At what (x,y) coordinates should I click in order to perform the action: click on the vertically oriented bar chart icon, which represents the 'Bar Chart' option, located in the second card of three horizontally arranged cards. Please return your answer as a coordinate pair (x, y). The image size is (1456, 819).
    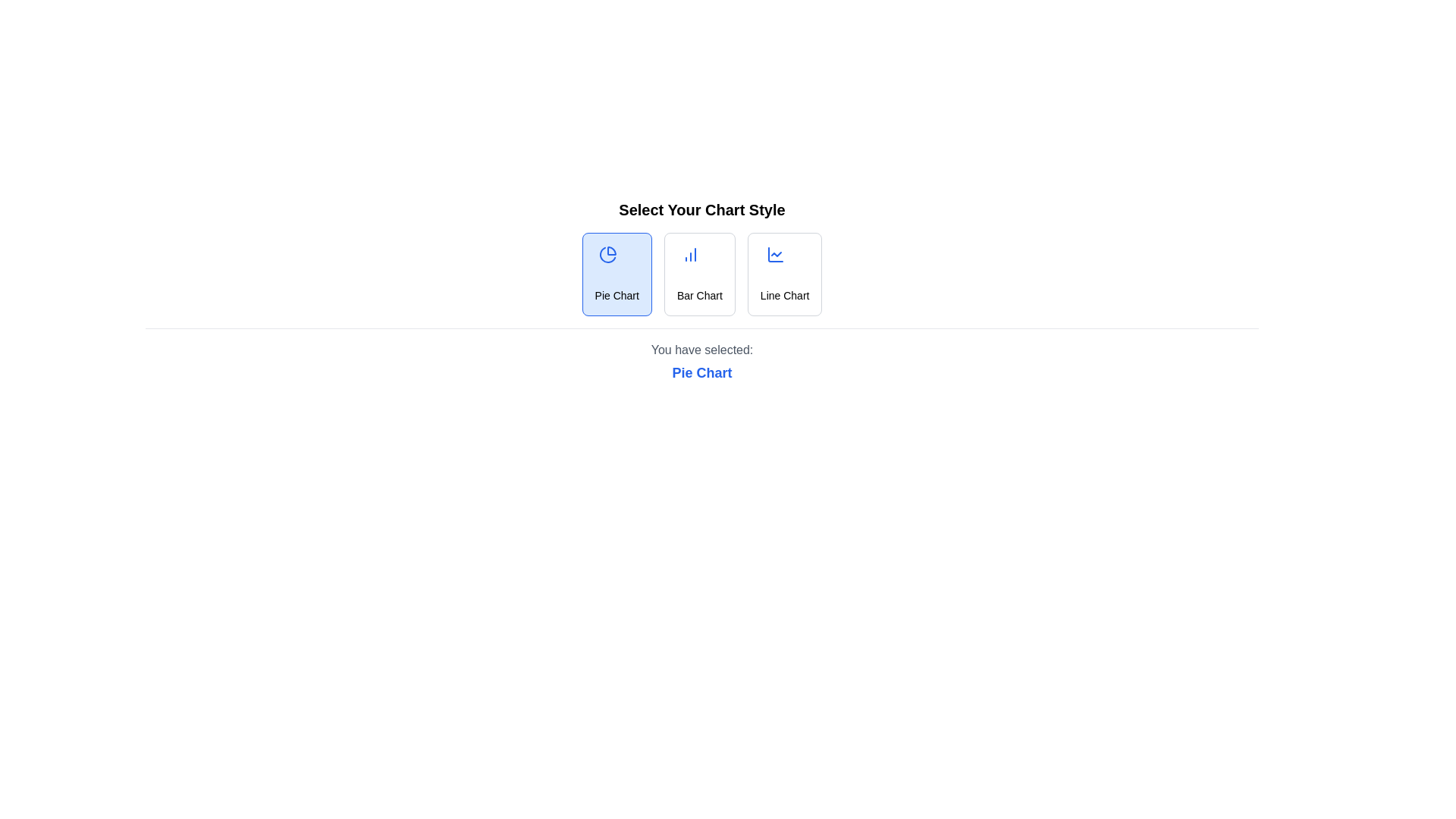
    Looking at the image, I should click on (689, 253).